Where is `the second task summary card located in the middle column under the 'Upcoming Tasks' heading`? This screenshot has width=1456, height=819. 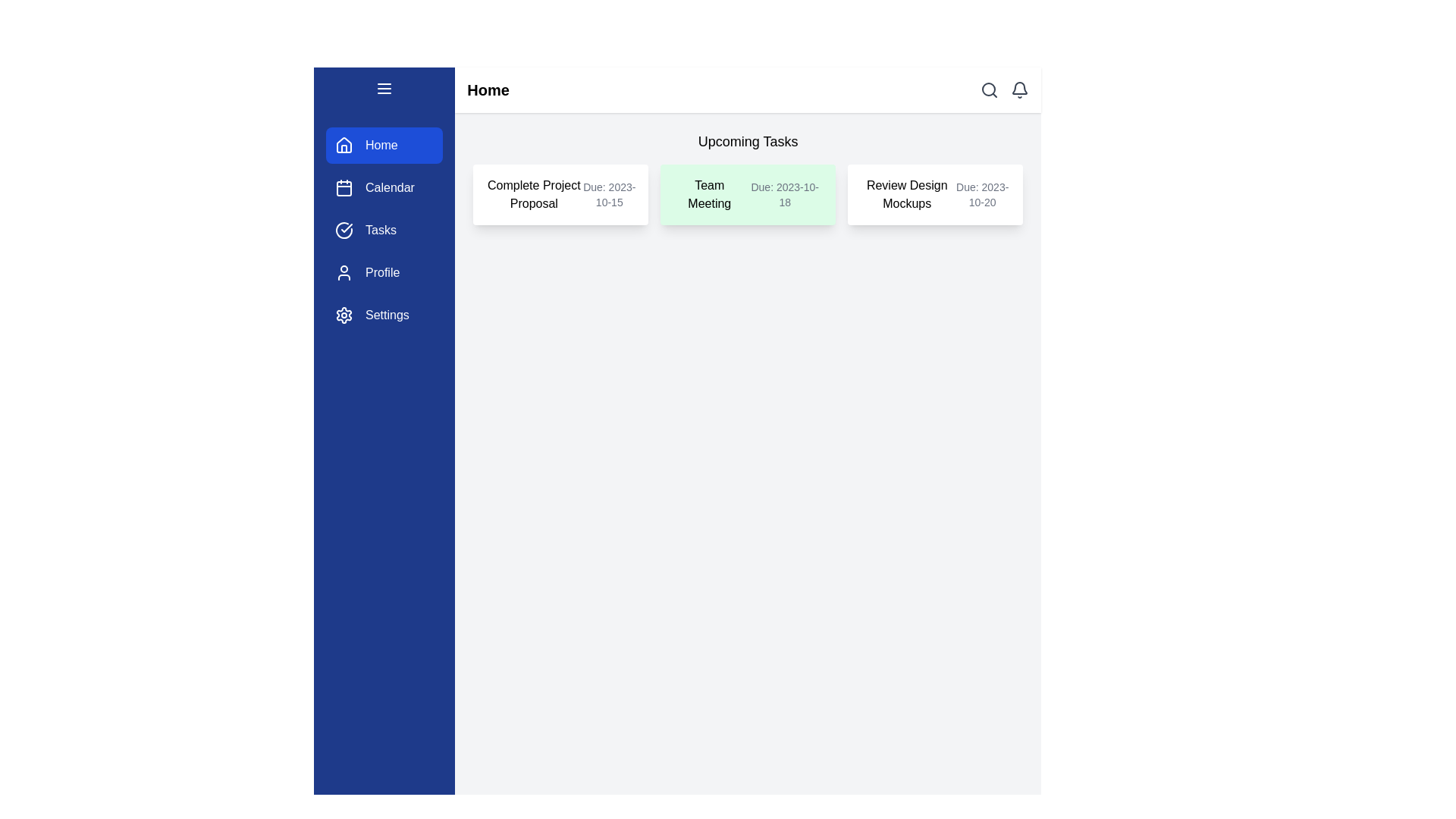
the second task summary card located in the middle column under the 'Upcoming Tasks' heading is located at coordinates (748, 194).